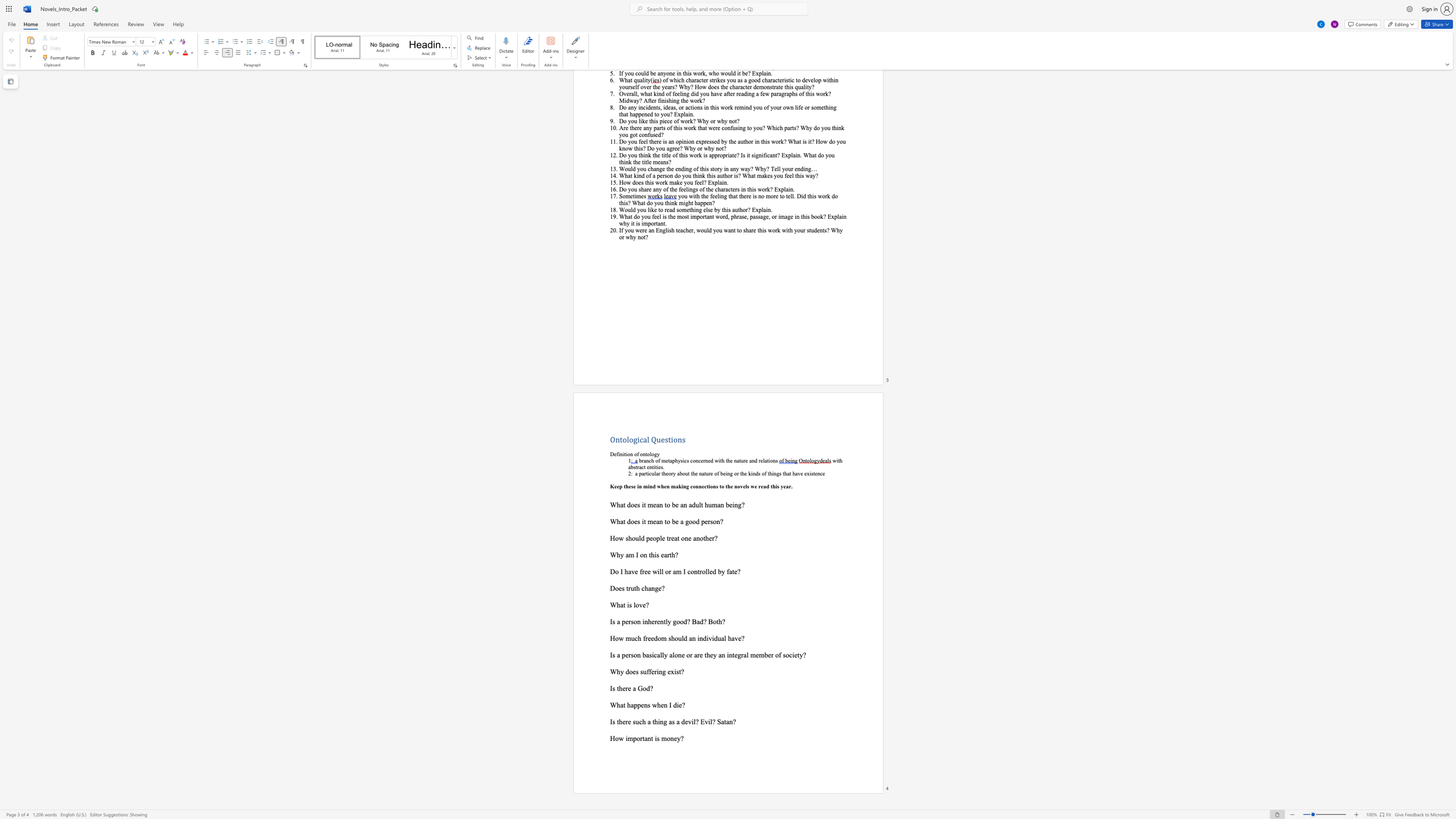 Image resolution: width=1456 pixels, height=819 pixels. Describe the element at coordinates (714, 638) in the screenshot. I see `the subset text "dual" within the text "How much freedom should an individual have?"` at that location.